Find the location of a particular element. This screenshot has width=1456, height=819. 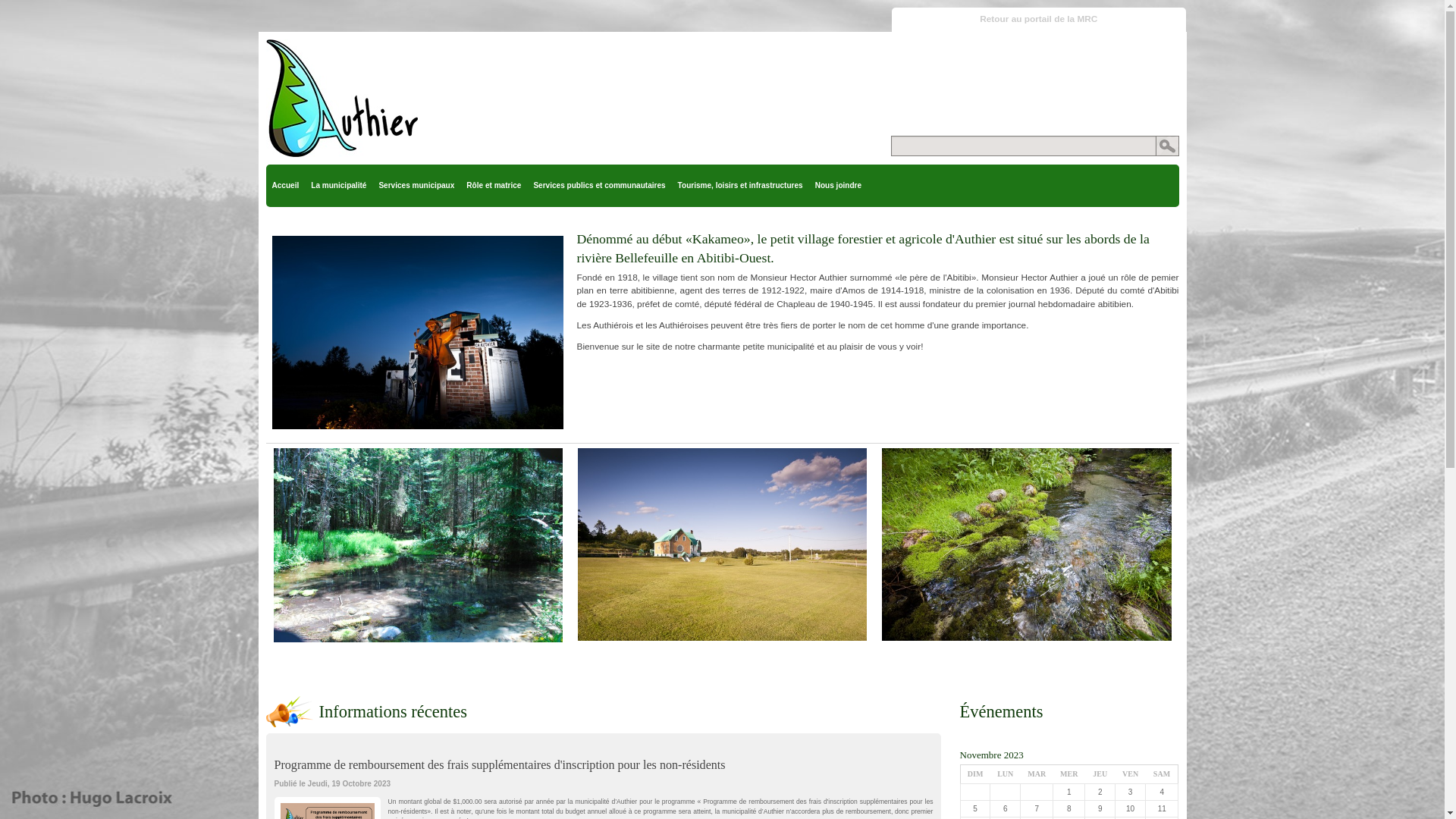

'Nous joindre' is located at coordinates (837, 185).